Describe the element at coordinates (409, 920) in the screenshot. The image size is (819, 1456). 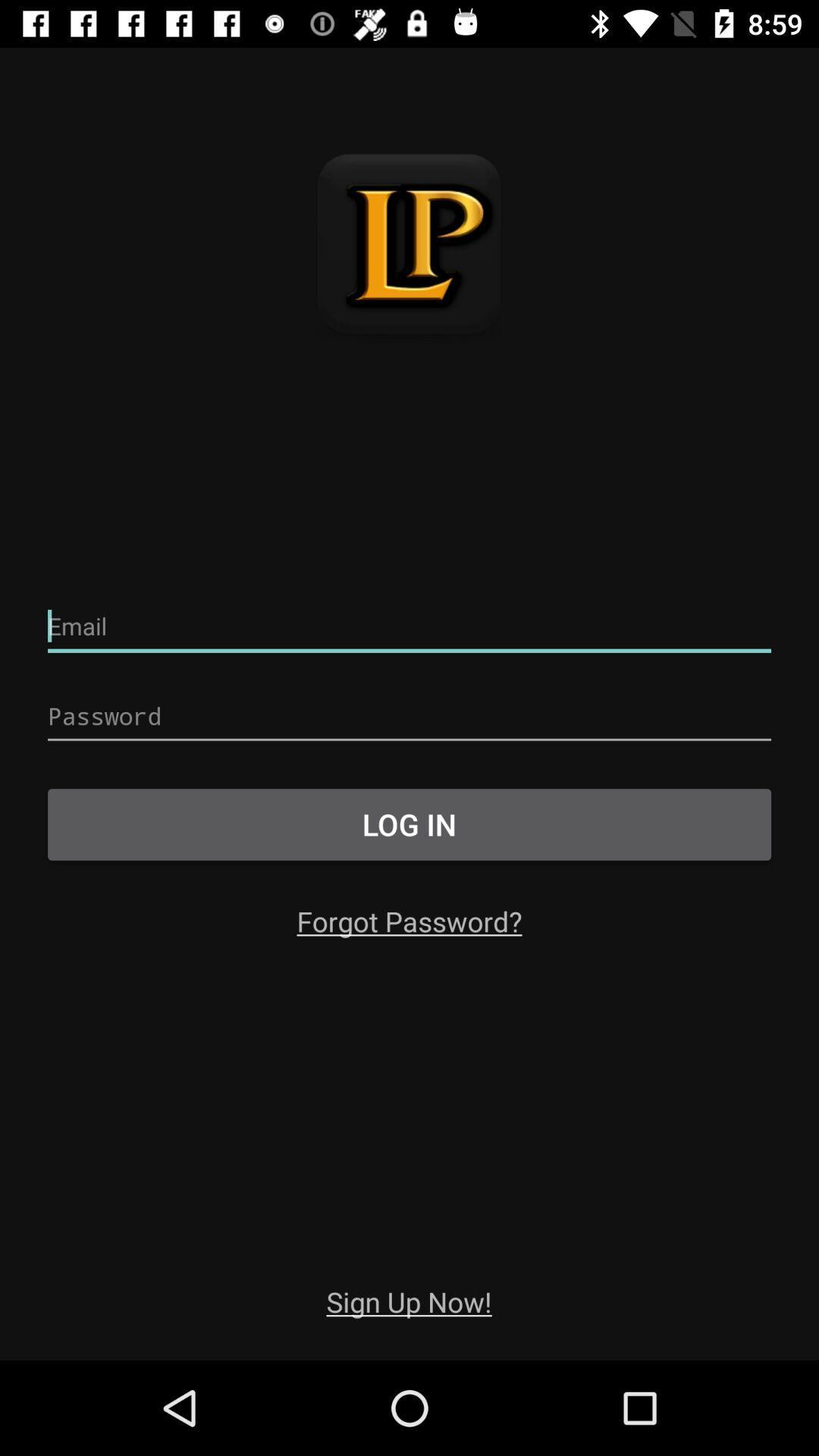
I see `icon above the sign up now!` at that location.